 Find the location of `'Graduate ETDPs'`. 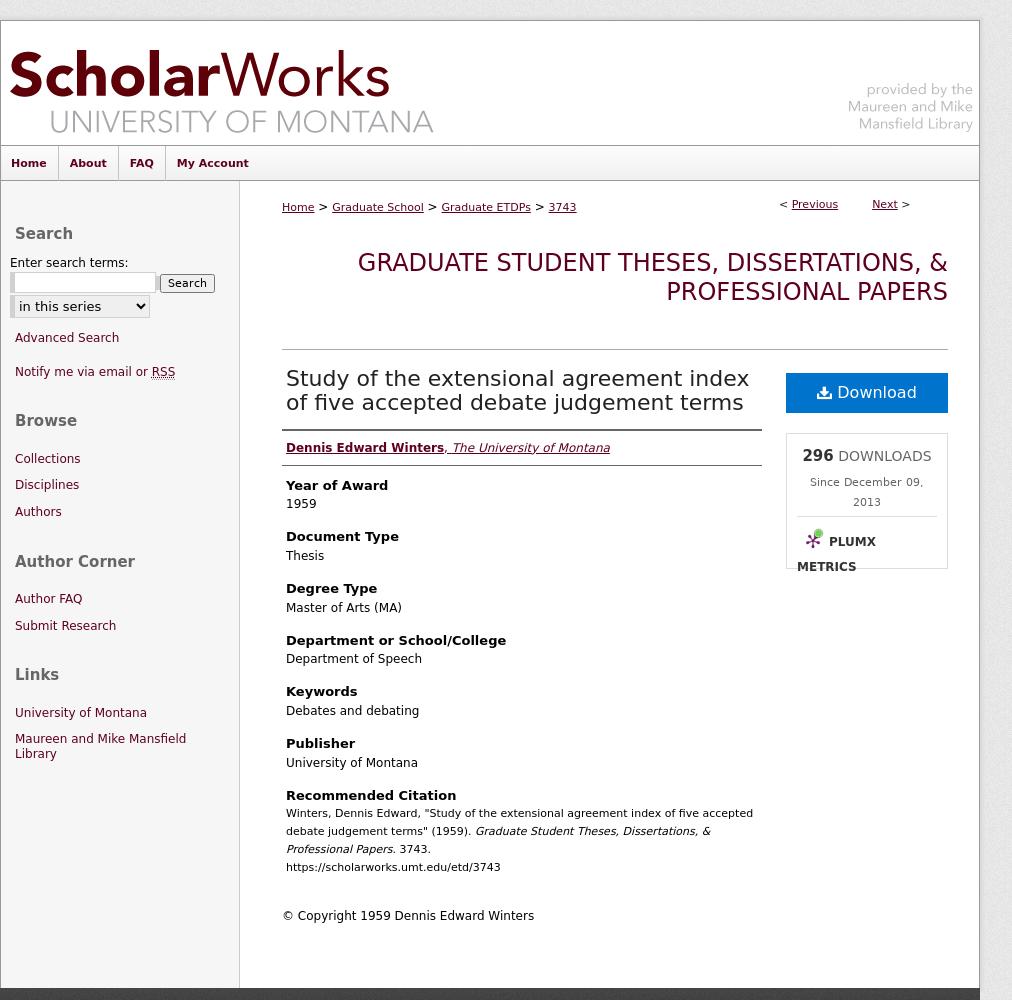

'Graduate ETDPs' is located at coordinates (485, 206).